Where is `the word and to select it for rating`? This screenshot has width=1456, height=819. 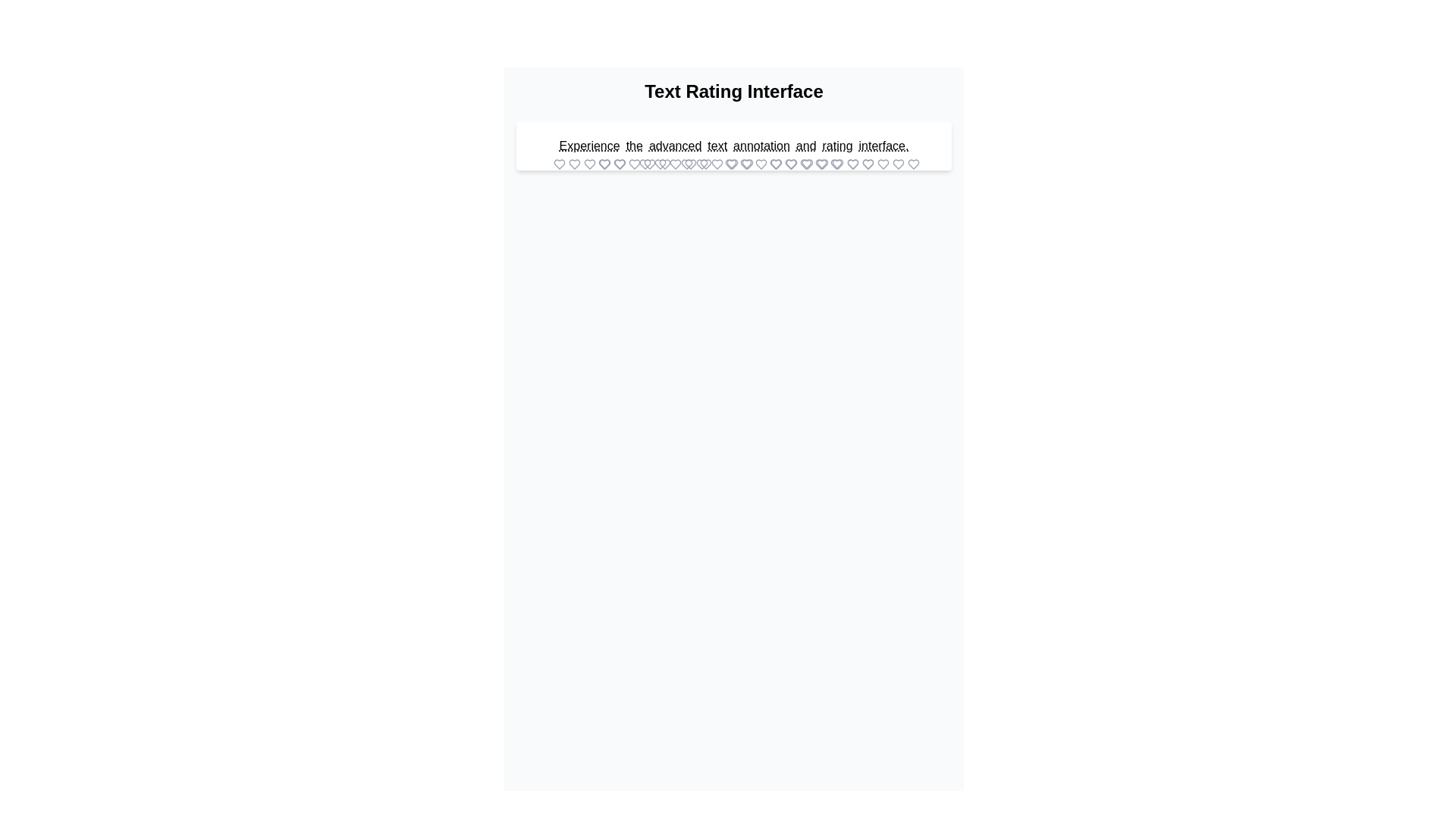 the word and to select it for rating is located at coordinates (805, 146).